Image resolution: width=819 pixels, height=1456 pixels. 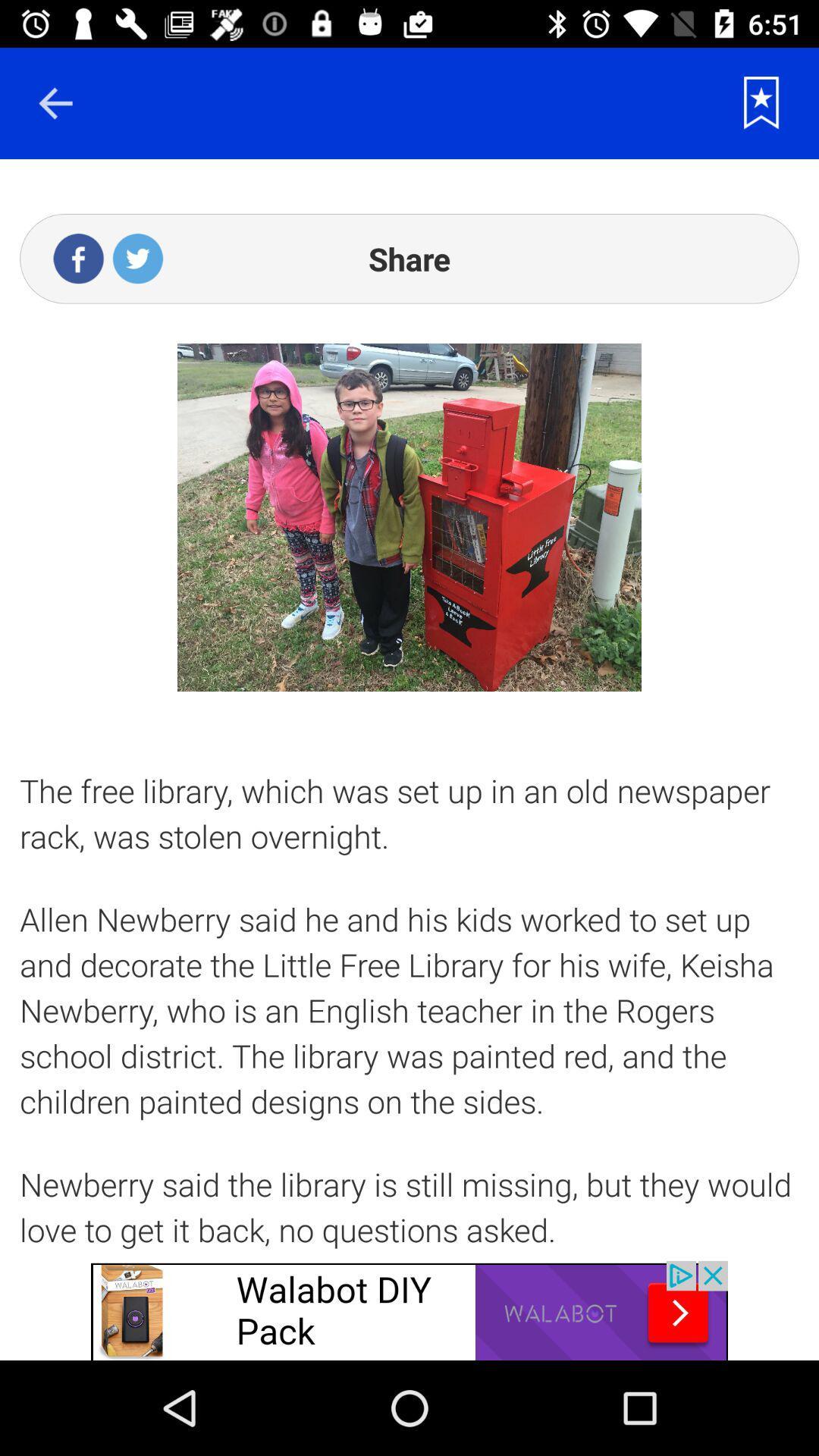 I want to click on go back, so click(x=55, y=102).